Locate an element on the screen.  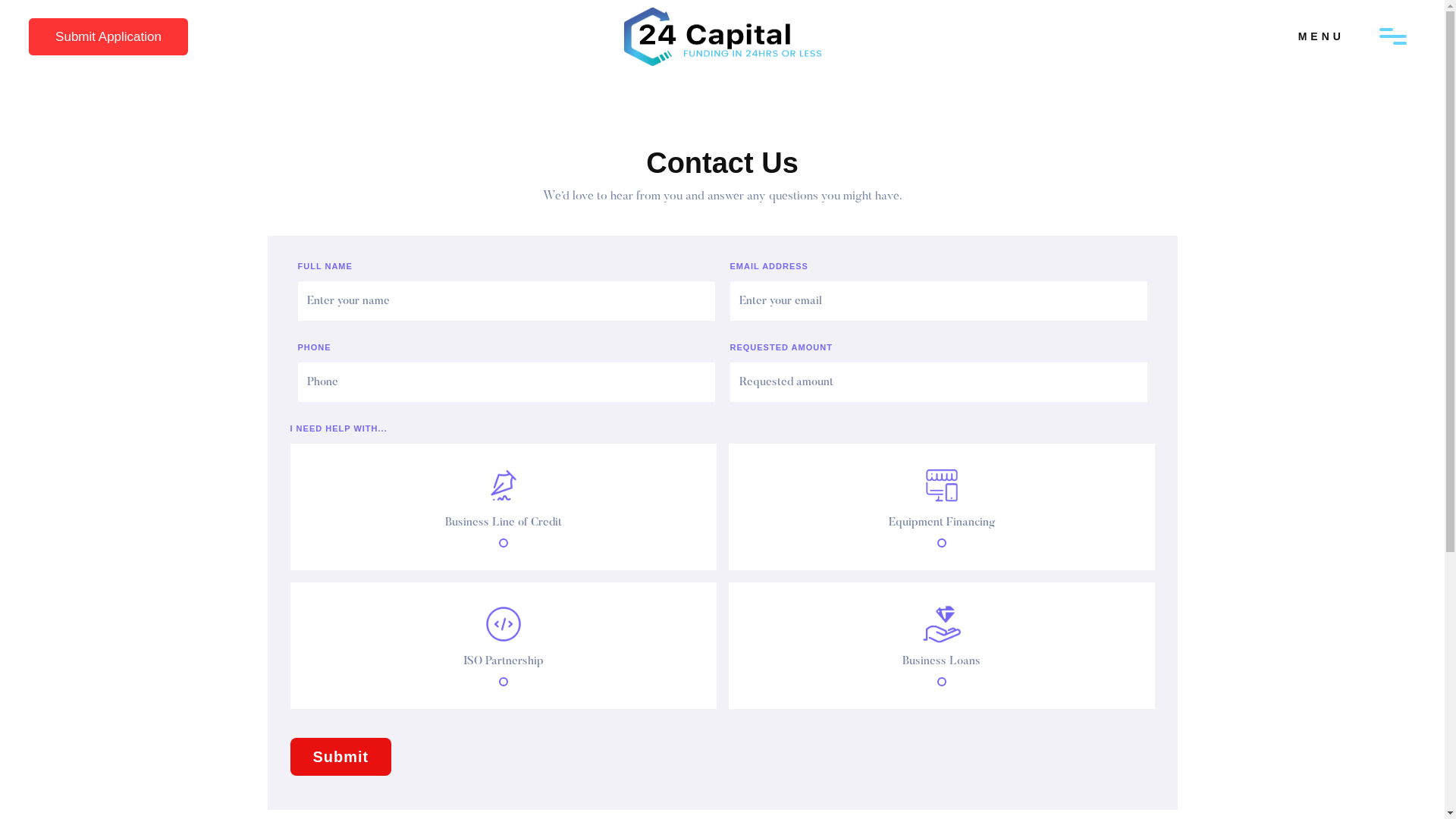
'Submit' is located at coordinates (290, 757).